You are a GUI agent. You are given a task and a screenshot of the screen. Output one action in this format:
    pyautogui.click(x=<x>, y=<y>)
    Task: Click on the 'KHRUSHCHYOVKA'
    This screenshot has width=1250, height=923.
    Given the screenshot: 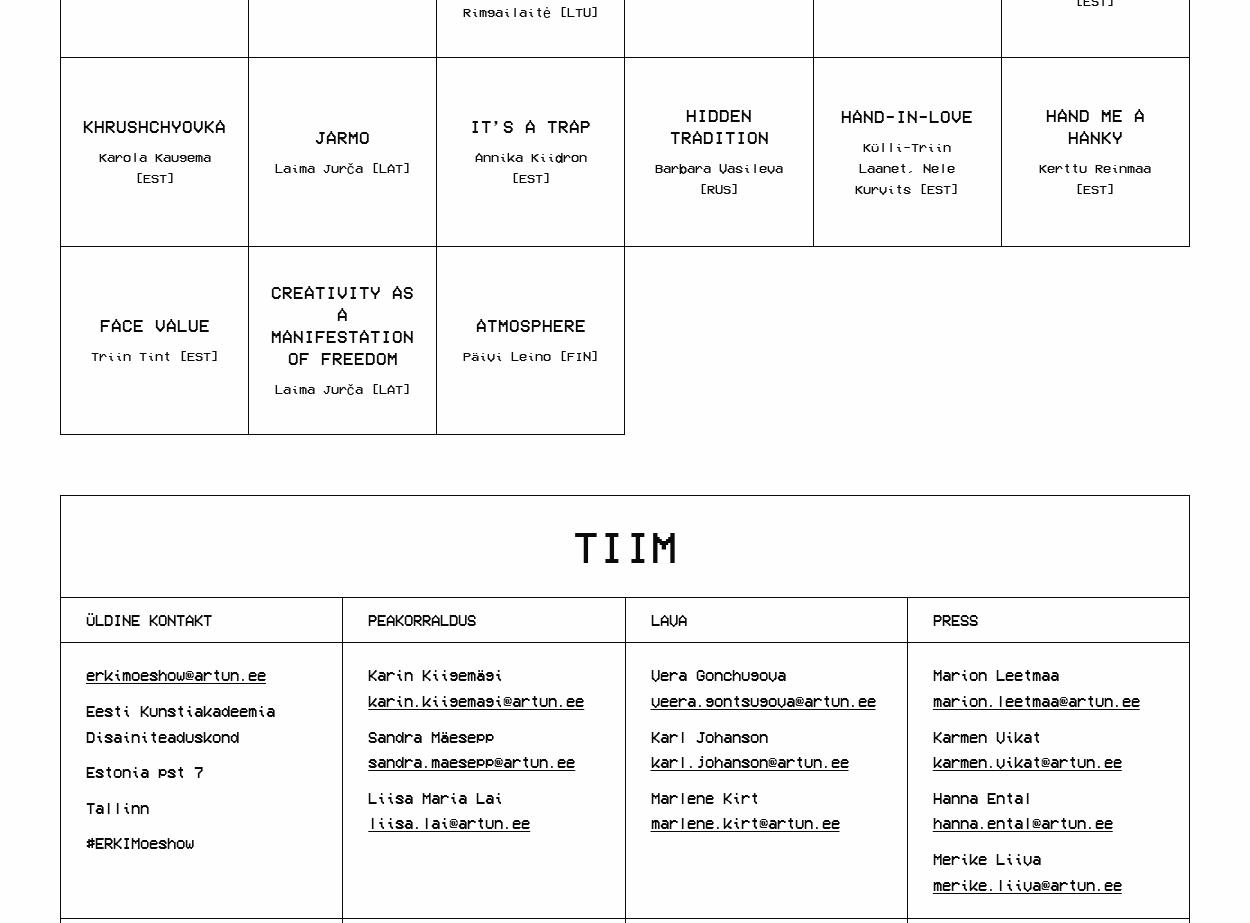 What is the action you would take?
    pyautogui.click(x=154, y=125)
    